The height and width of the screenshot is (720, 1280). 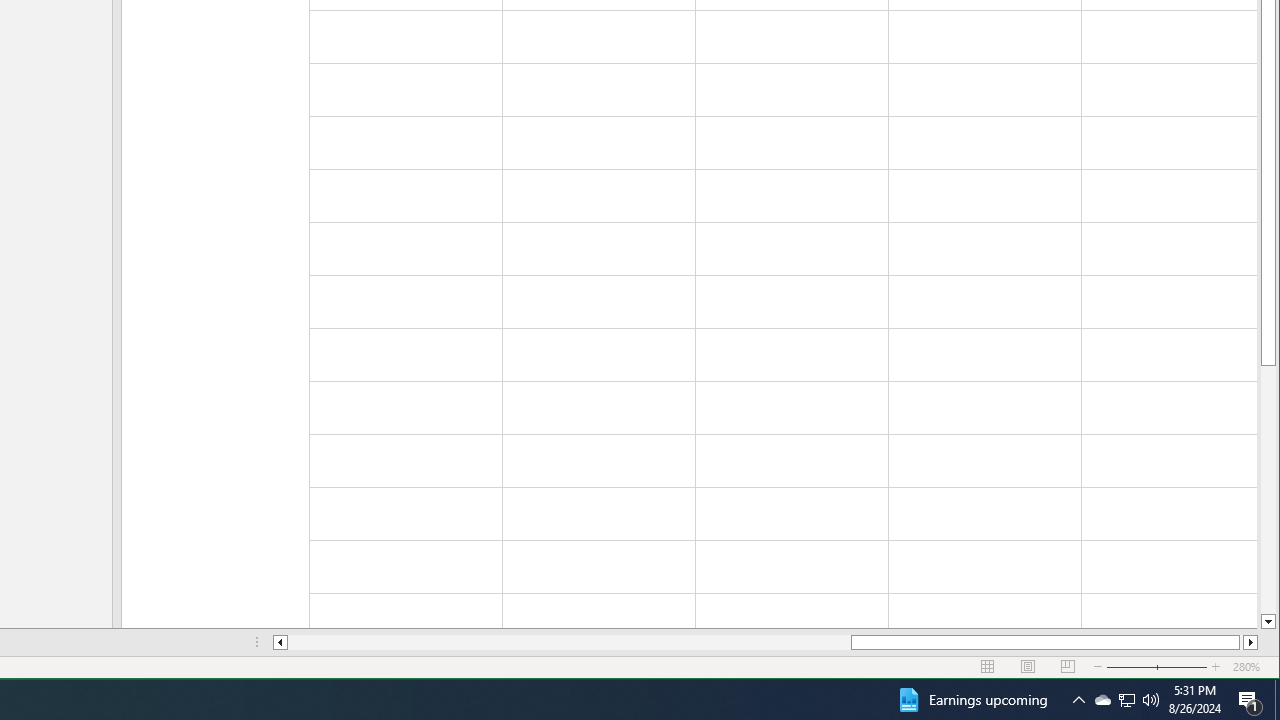 I want to click on 'Q2790: 100%', so click(x=1151, y=698).